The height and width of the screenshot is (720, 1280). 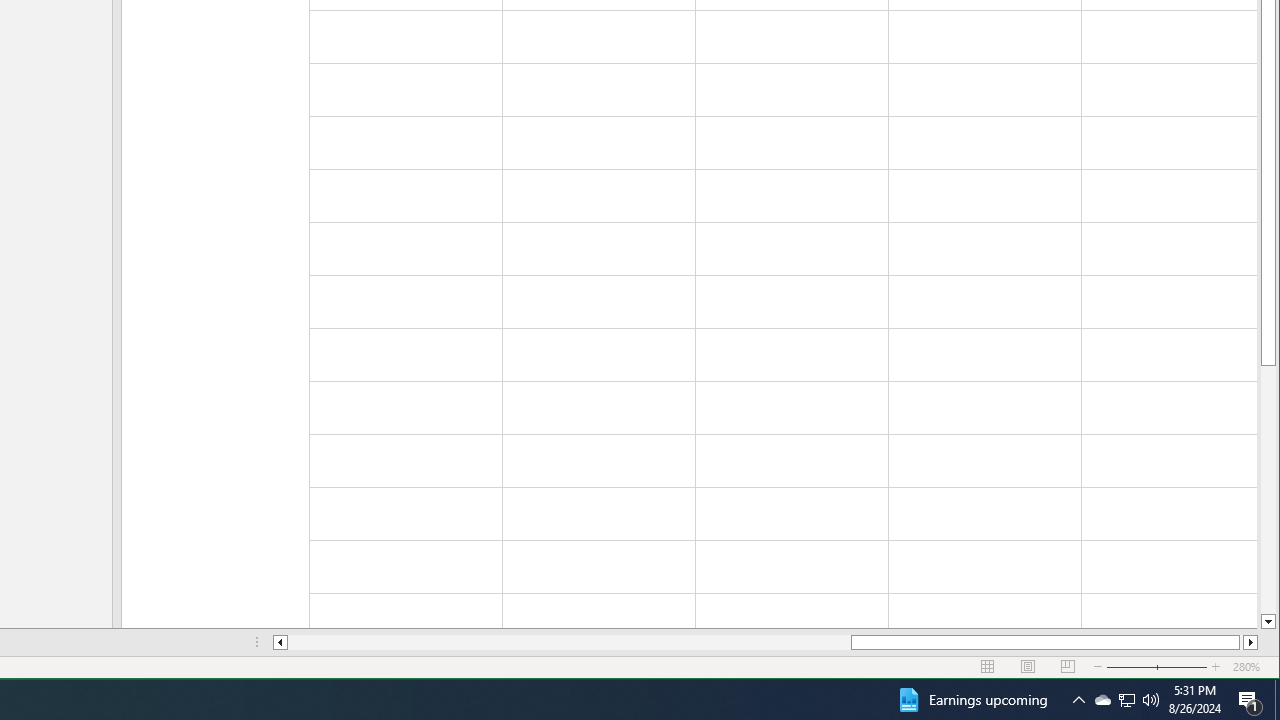 I want to click on 'Q2790: 100%', so click(x=1151, y=698).